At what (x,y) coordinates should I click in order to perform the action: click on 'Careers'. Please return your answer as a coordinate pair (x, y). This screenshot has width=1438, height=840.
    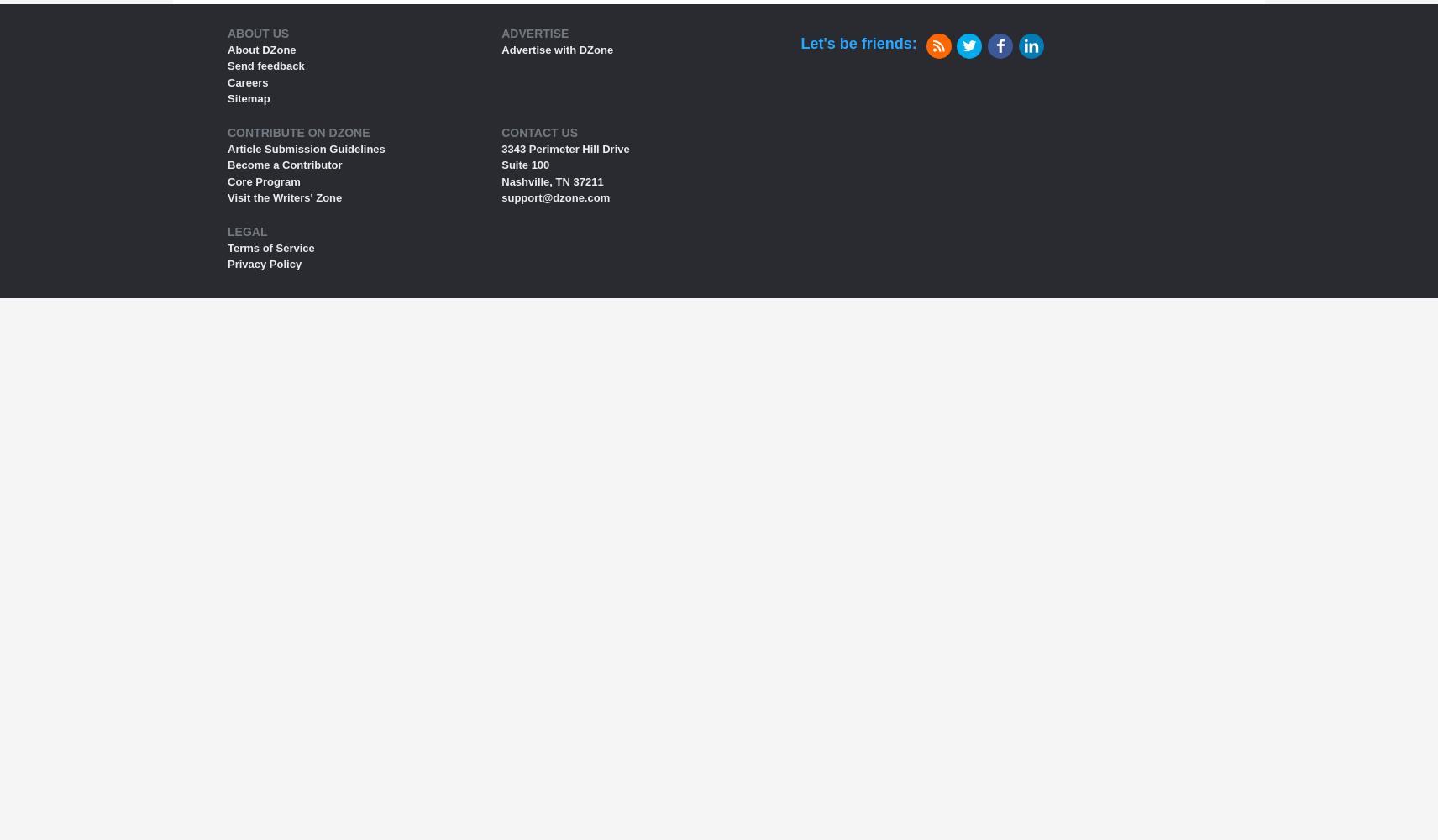
    Looking at the image, I should click on (247, 81).